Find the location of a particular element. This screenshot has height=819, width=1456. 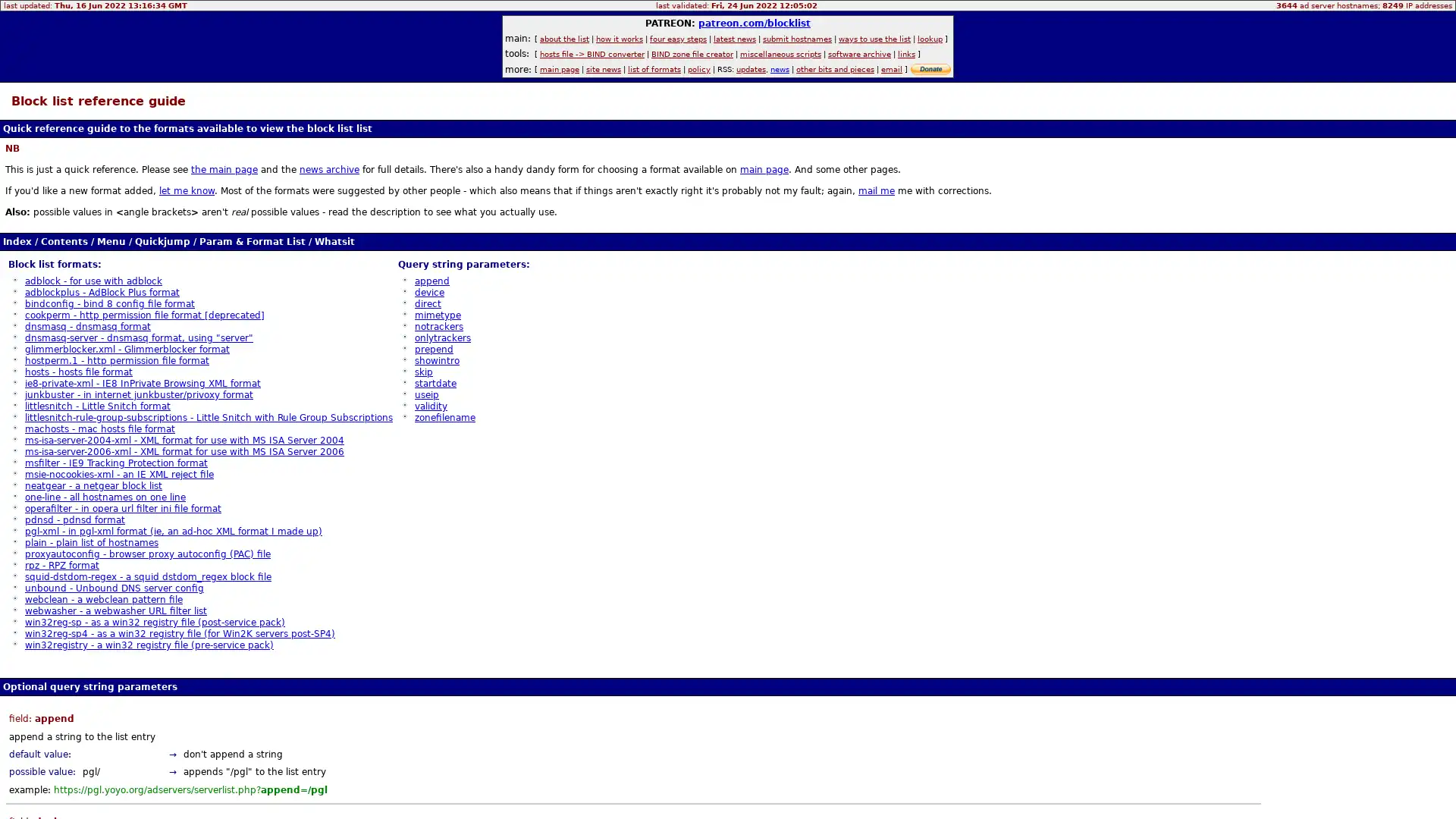

donate via PayPal is located at coordinates (930, 69).